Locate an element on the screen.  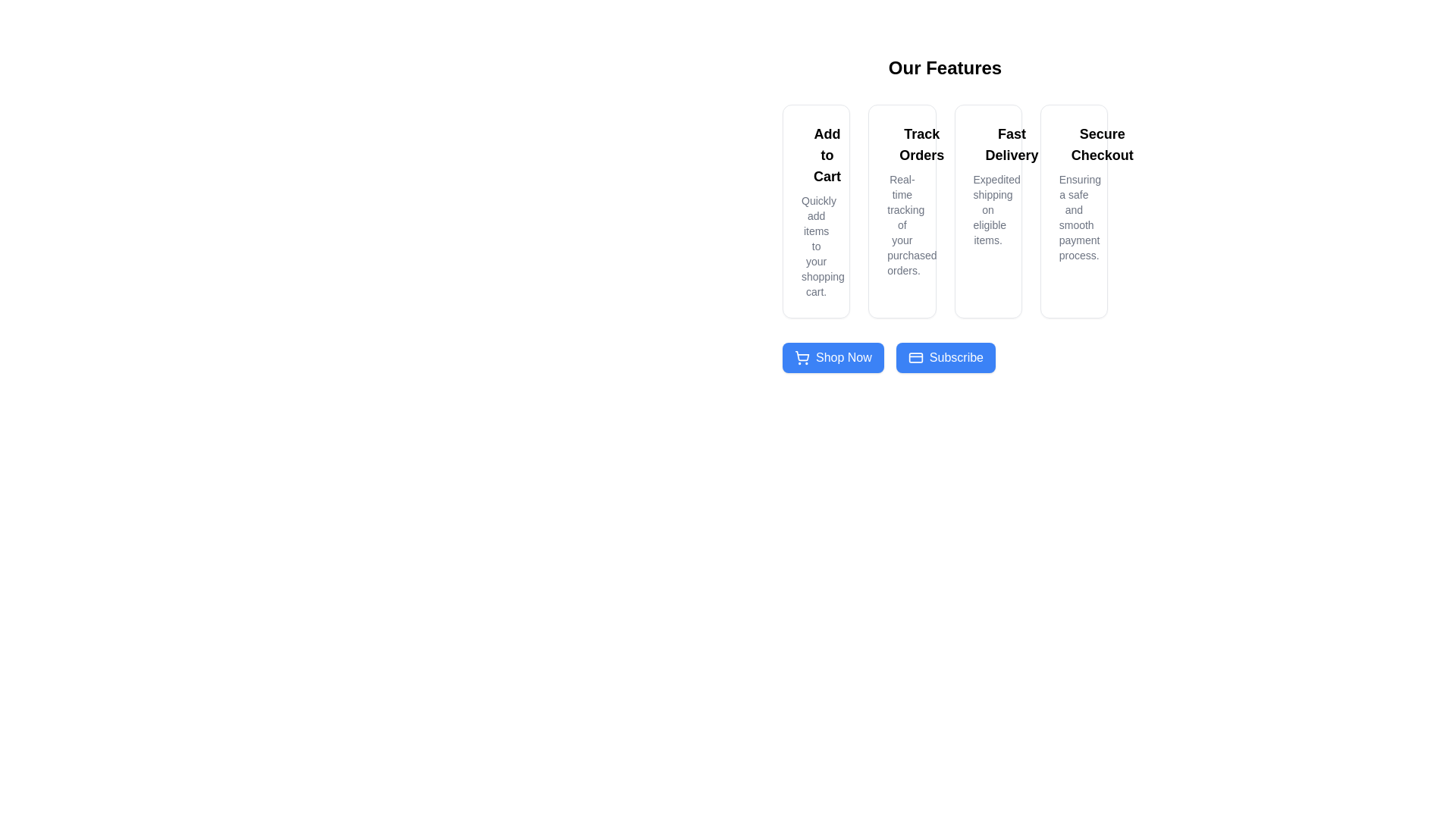
the 'Track Orders' title text label, which is positioned at the top center of the second feature card below the main heading 'Our Features' is located at coordinates (921, 145).